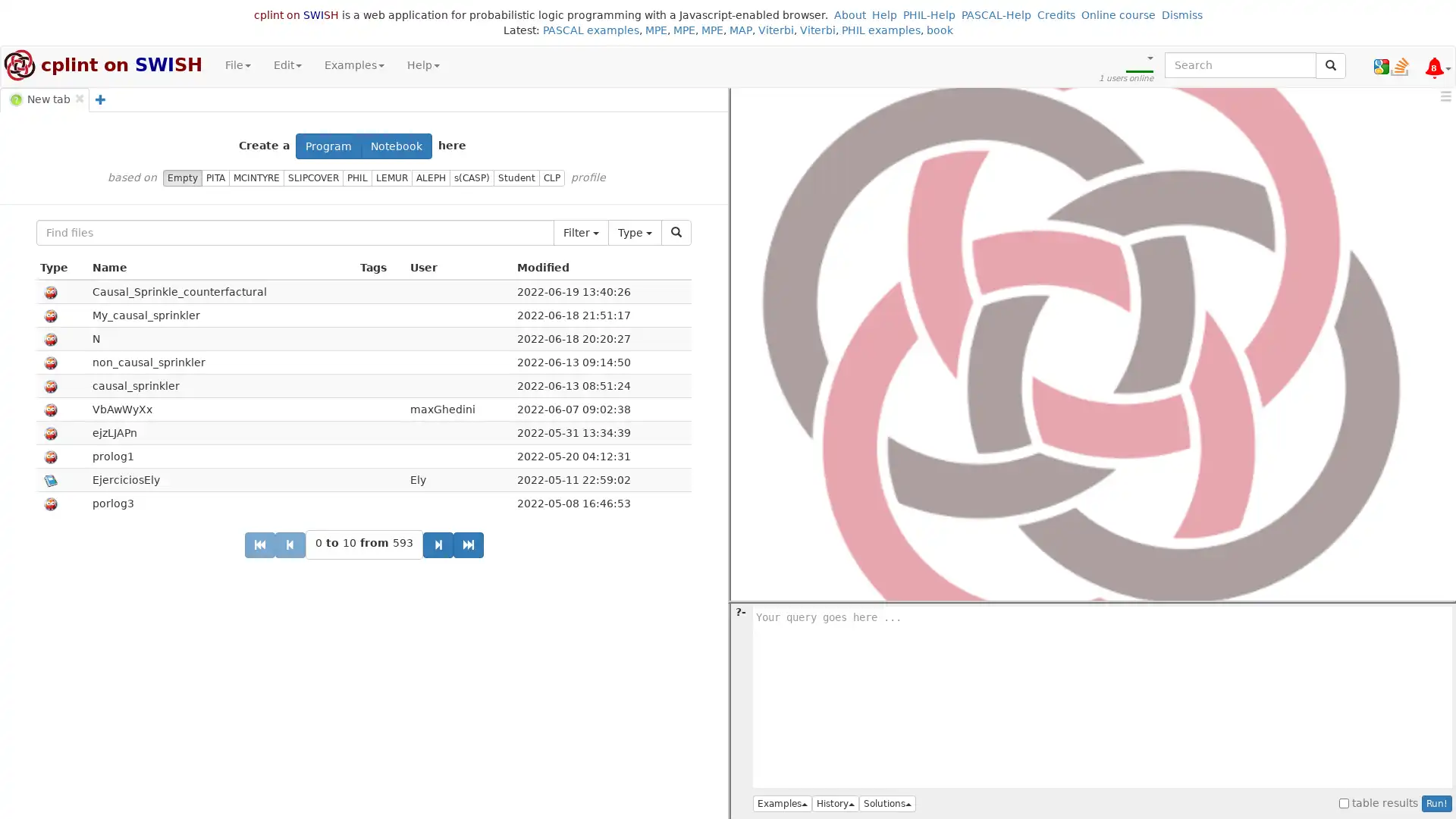 The image size is (1456, 819). I want to click on 0to10from593, so click(362, 544).